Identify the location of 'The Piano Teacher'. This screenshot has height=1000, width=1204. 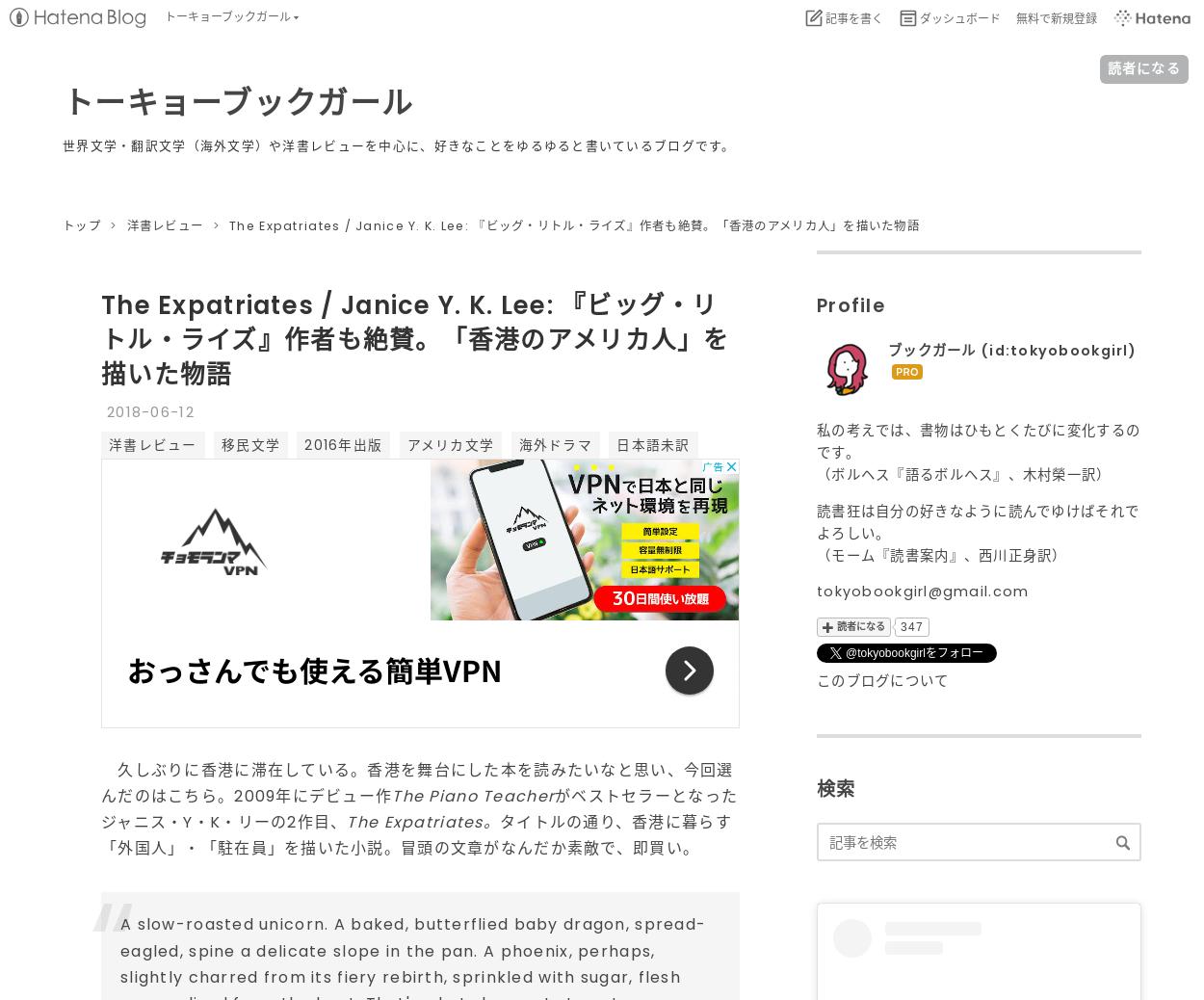
(472, 795).